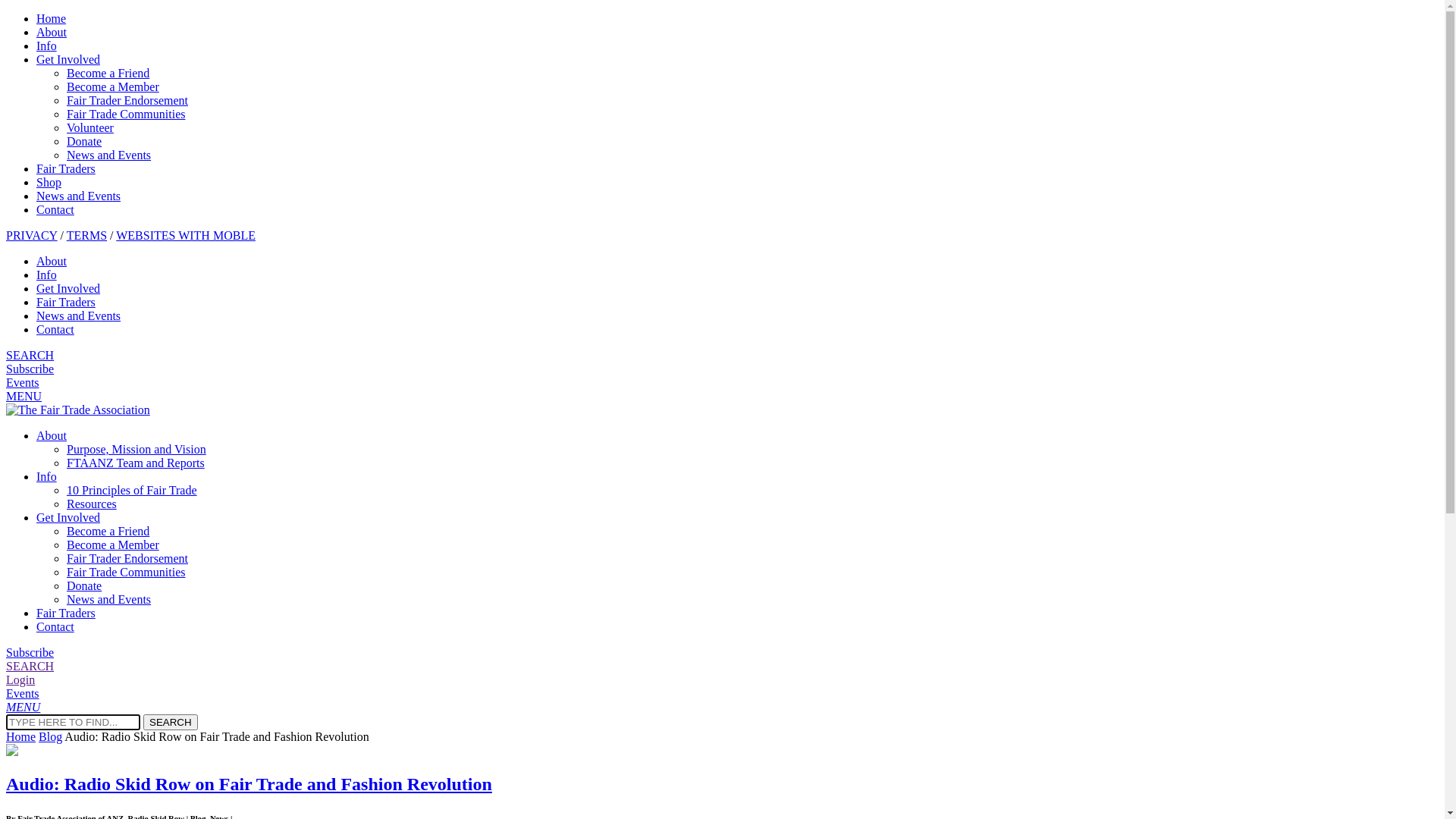  What do you see at coordinates (108, 598) in the screenshot?
I see `'News and Events'` at bounding box center [108, 598].